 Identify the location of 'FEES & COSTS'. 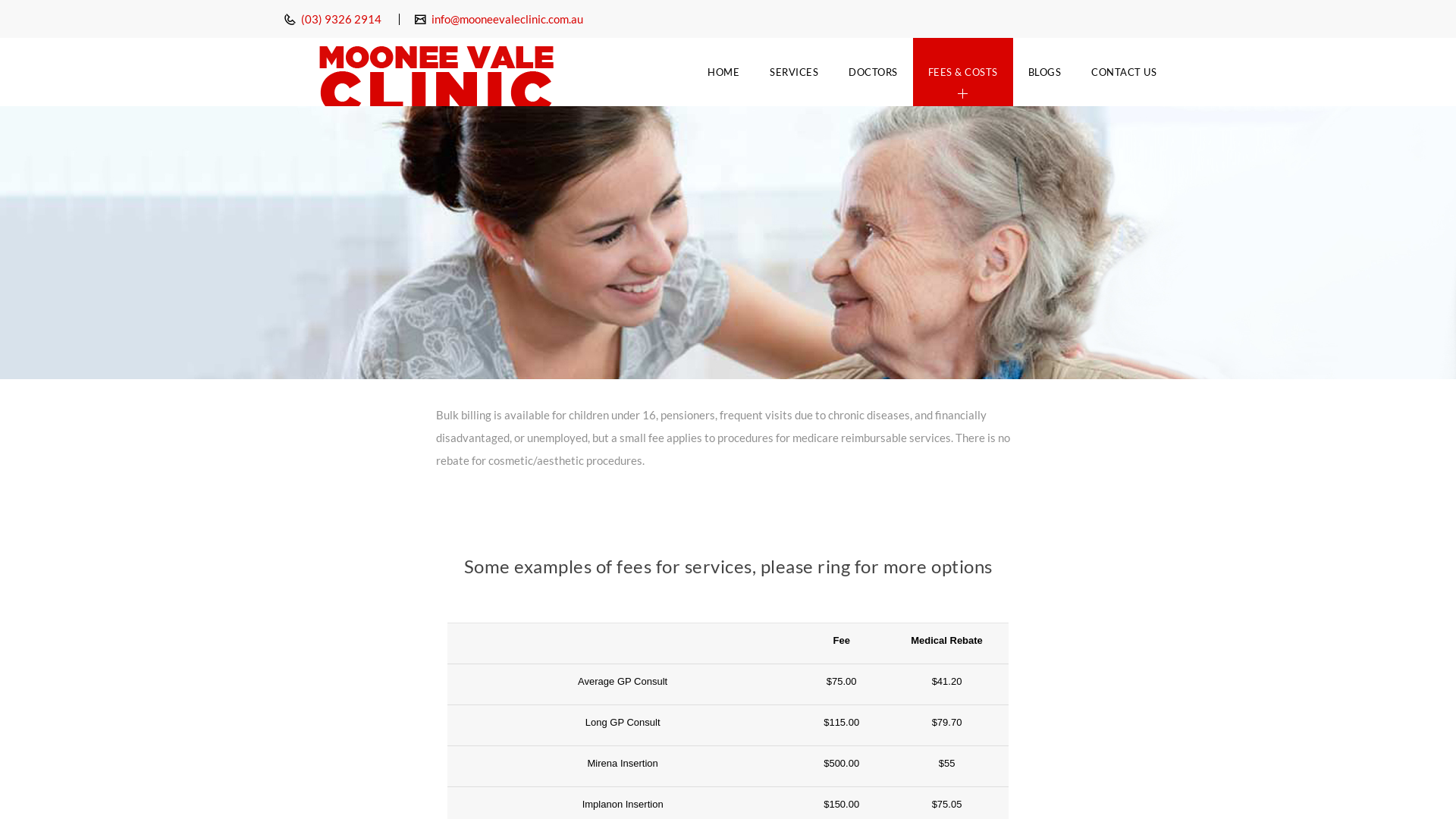
(962, 72).